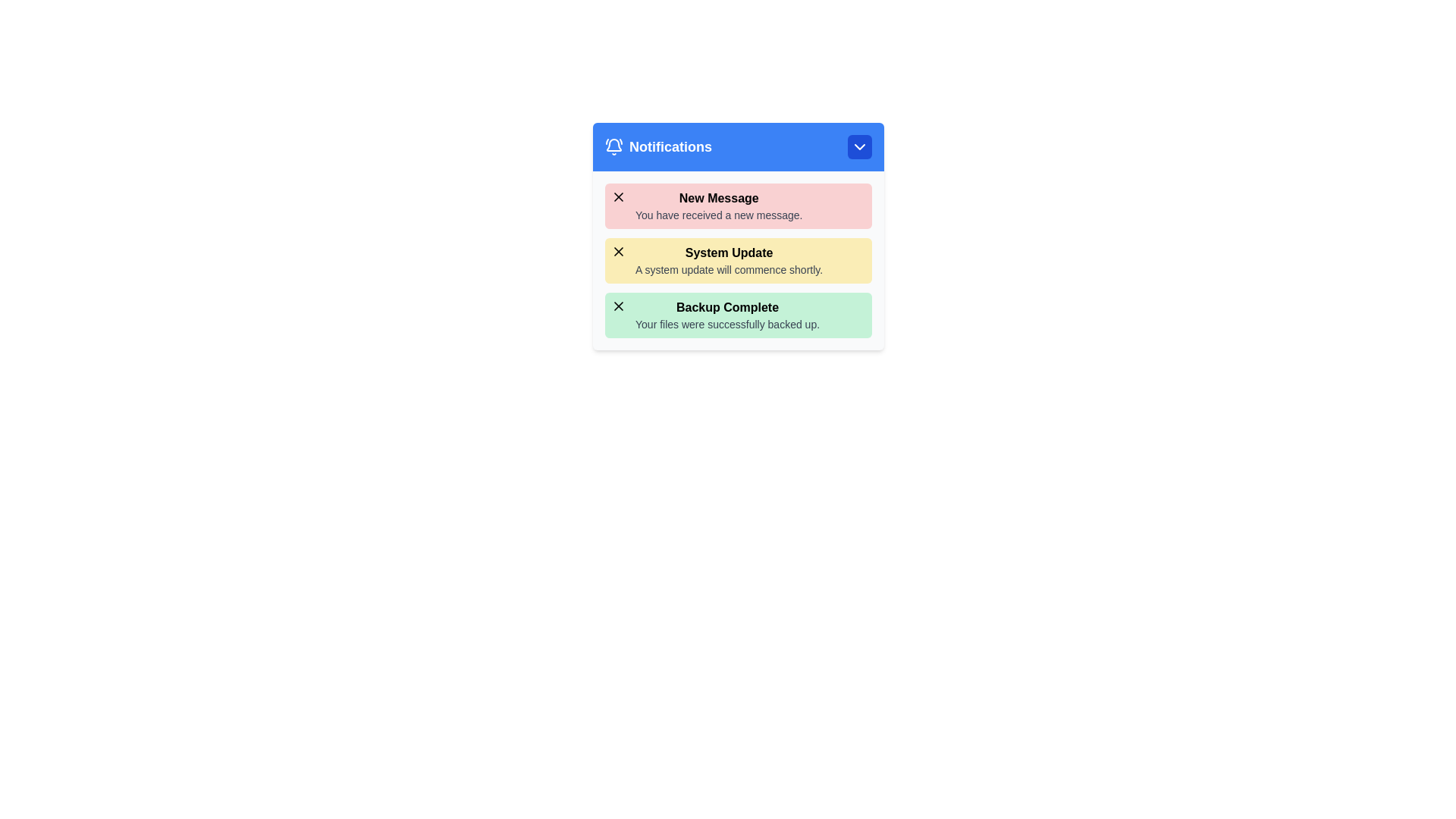  I want to click on the small black 'X' icon located in the red warning banner of the first notification under the 'Notifications' header card, right of 'New Message', so click(619, 196).